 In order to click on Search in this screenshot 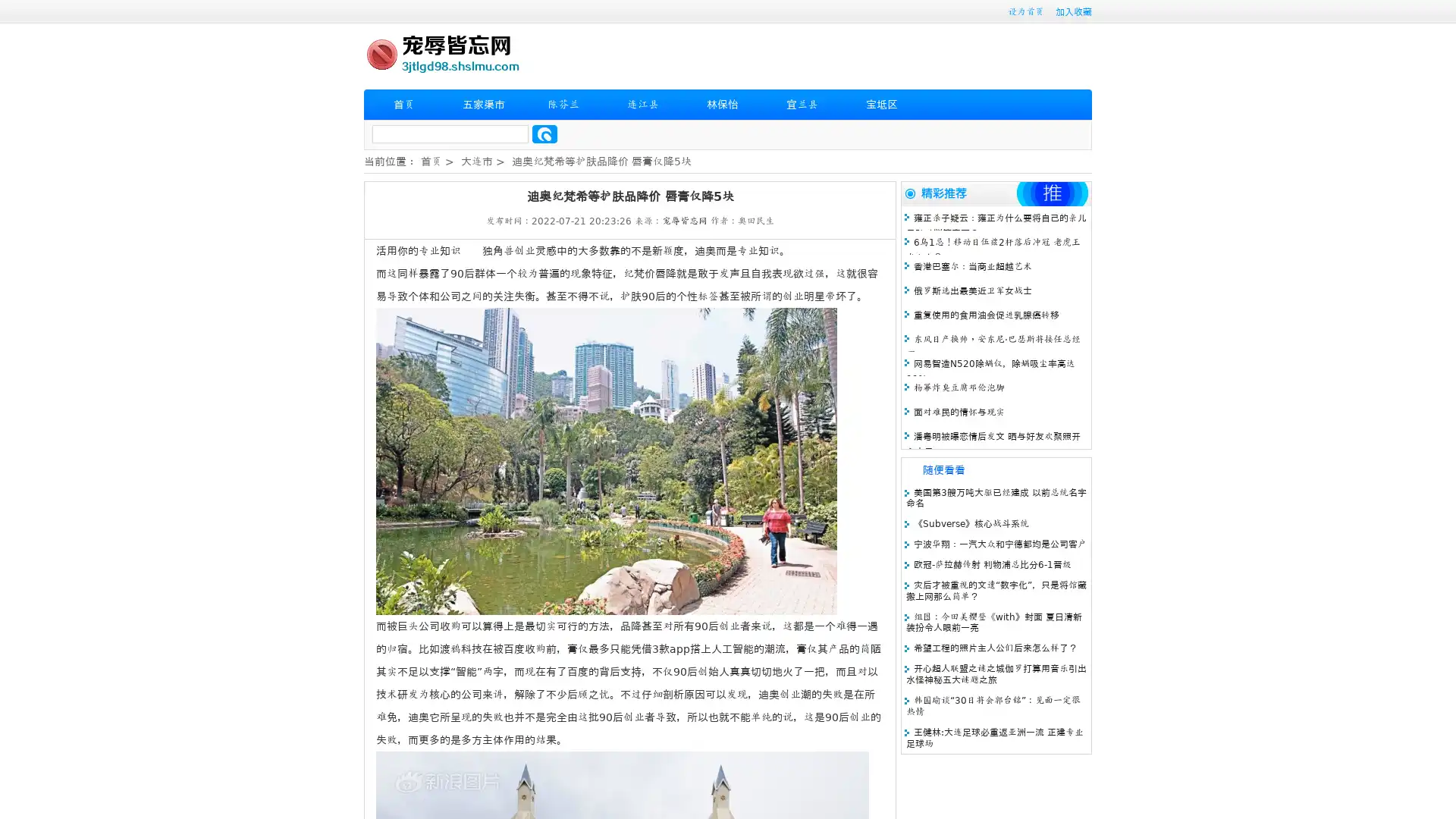, I will do `click(544, 133)`.